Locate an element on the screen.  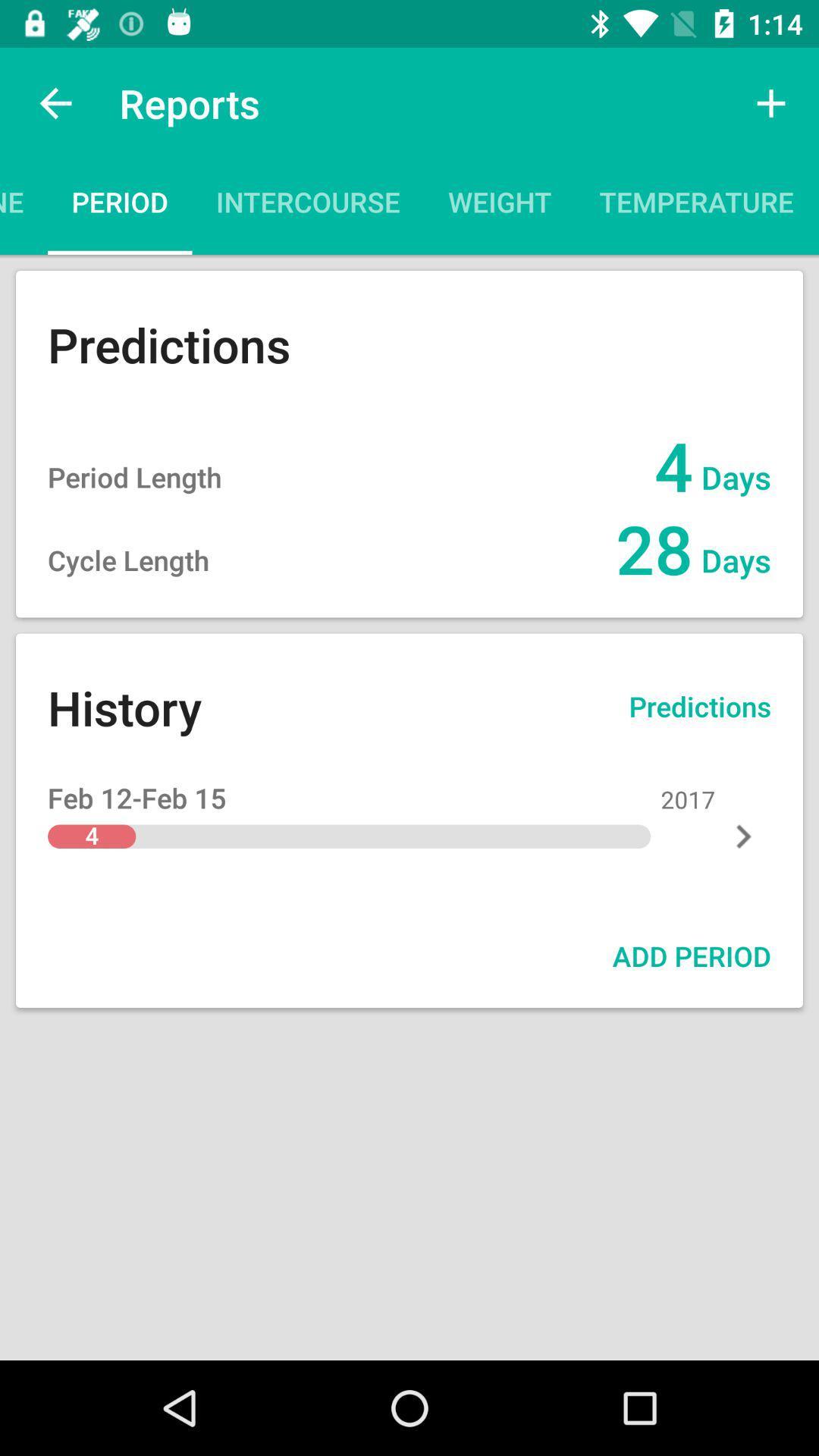
icon next to intercourse item is located at coordinates (500, 206).